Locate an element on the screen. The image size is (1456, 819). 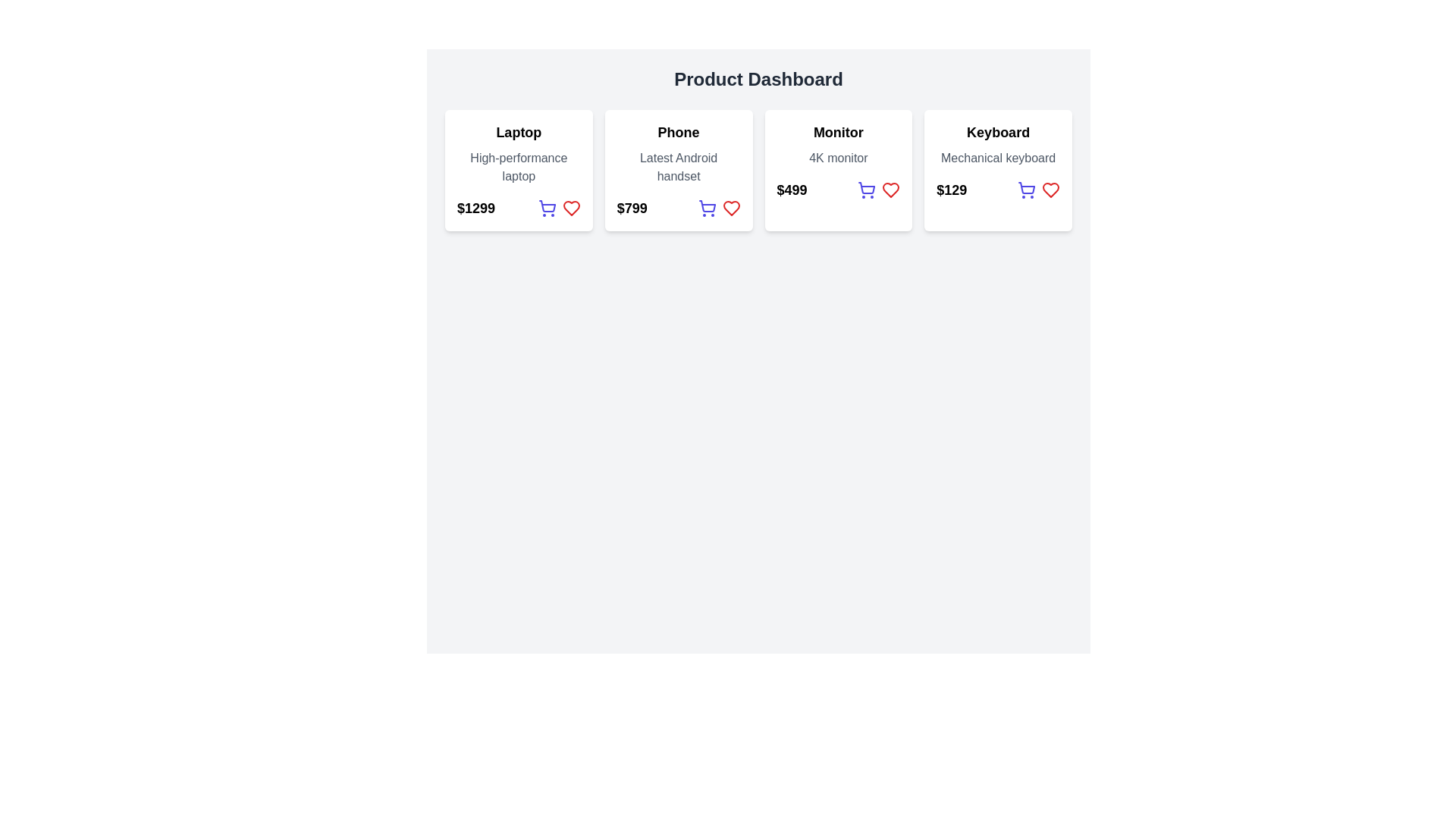
the shopping cart button styled in indigo located under the price of the 'Phone' product card is located at coordinates (706, 208).